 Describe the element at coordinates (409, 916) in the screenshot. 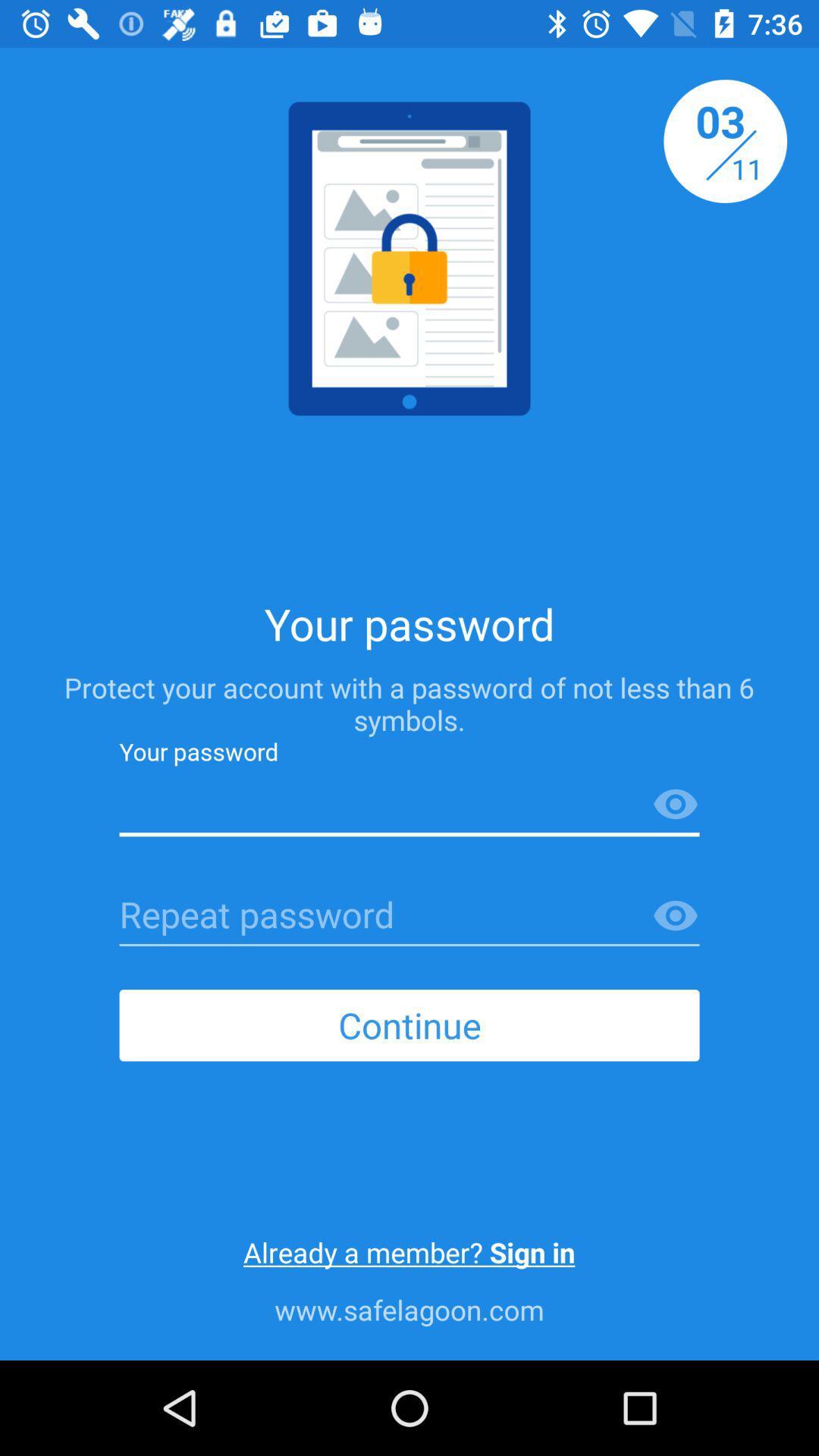

I see `repeat password` at that location.